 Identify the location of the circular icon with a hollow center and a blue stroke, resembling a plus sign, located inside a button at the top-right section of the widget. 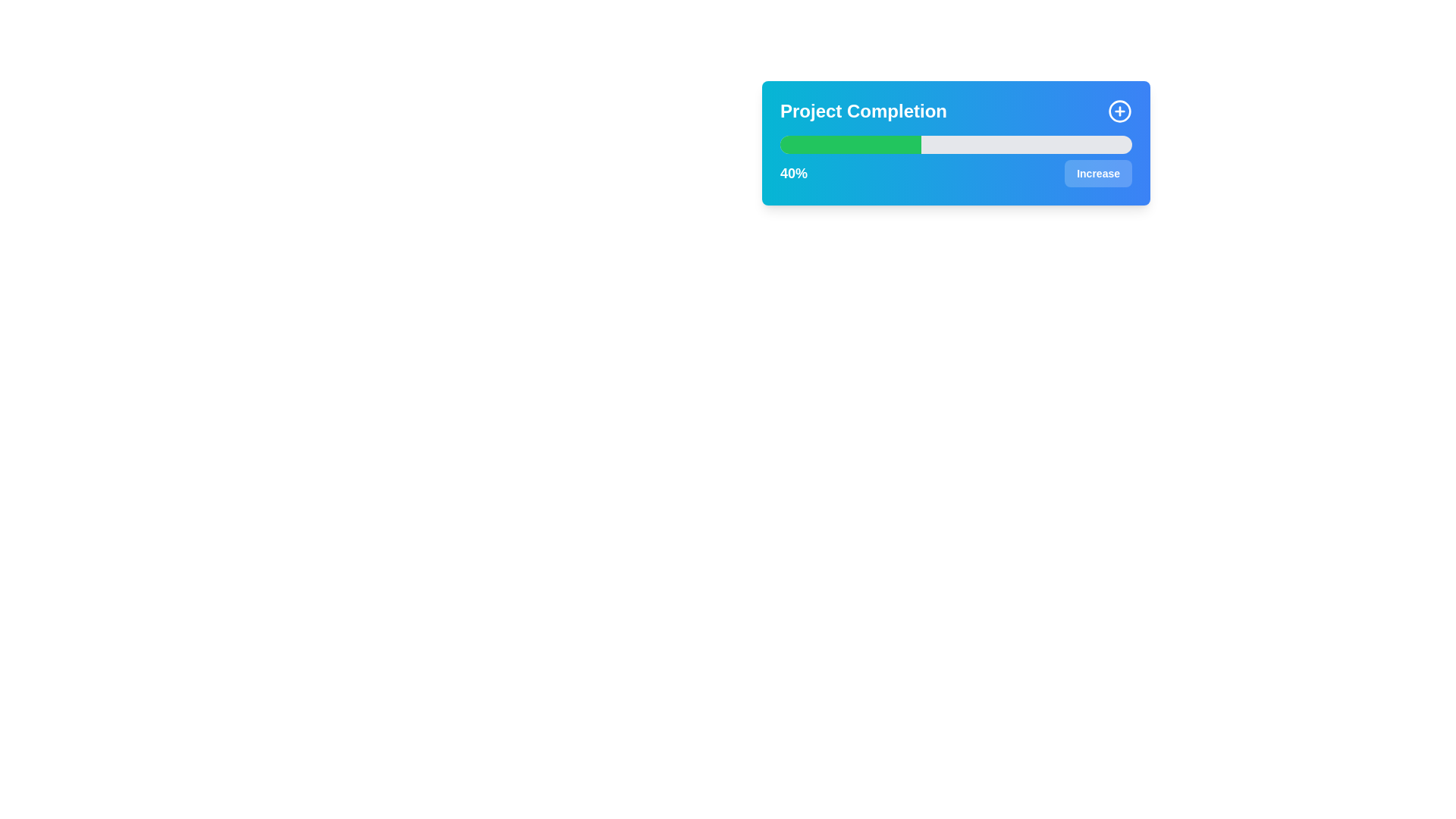
(1120, 110).